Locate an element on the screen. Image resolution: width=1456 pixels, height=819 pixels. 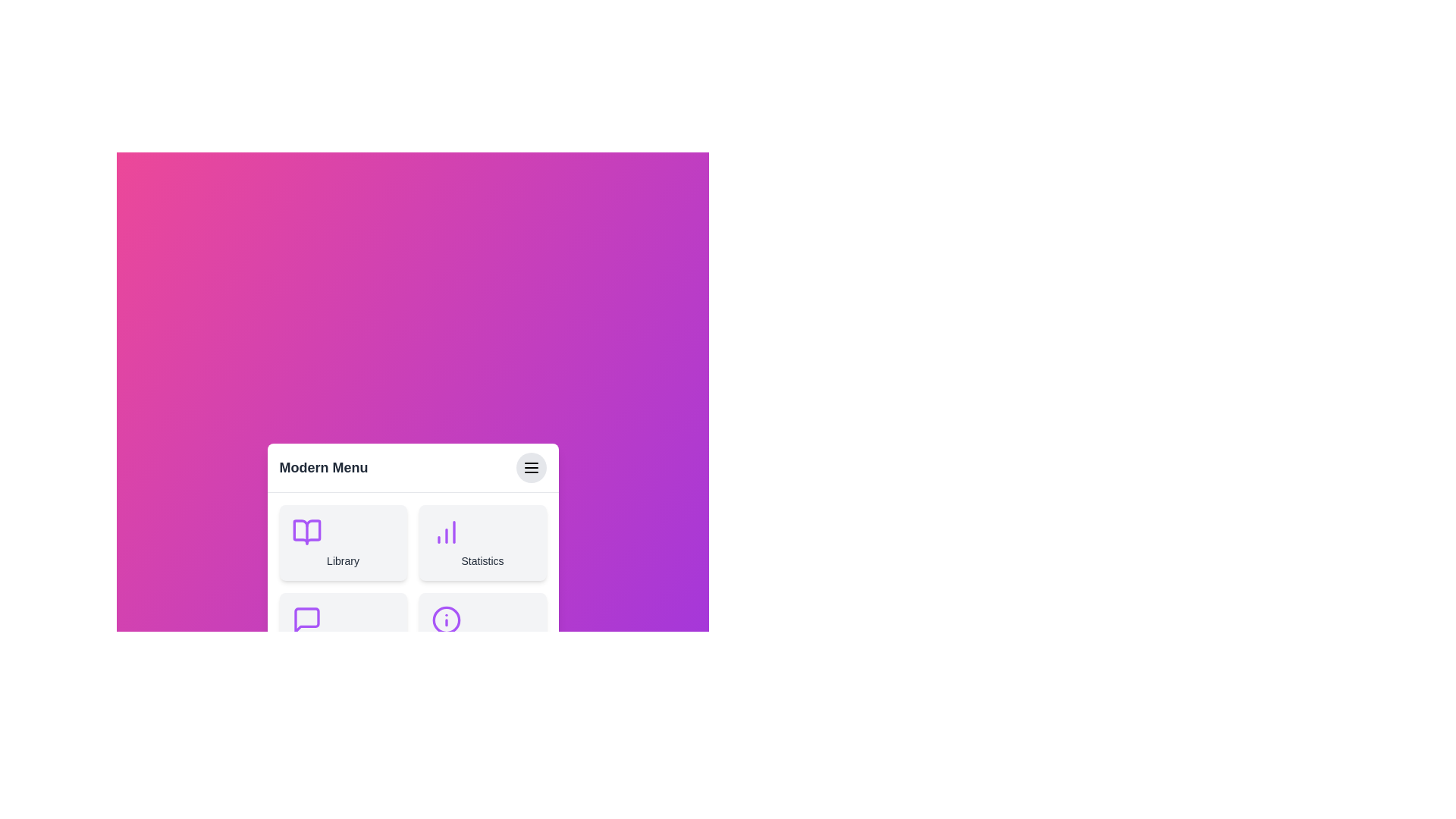
the menu item Library to observe its hover effect is located at coordinates (342, 541).